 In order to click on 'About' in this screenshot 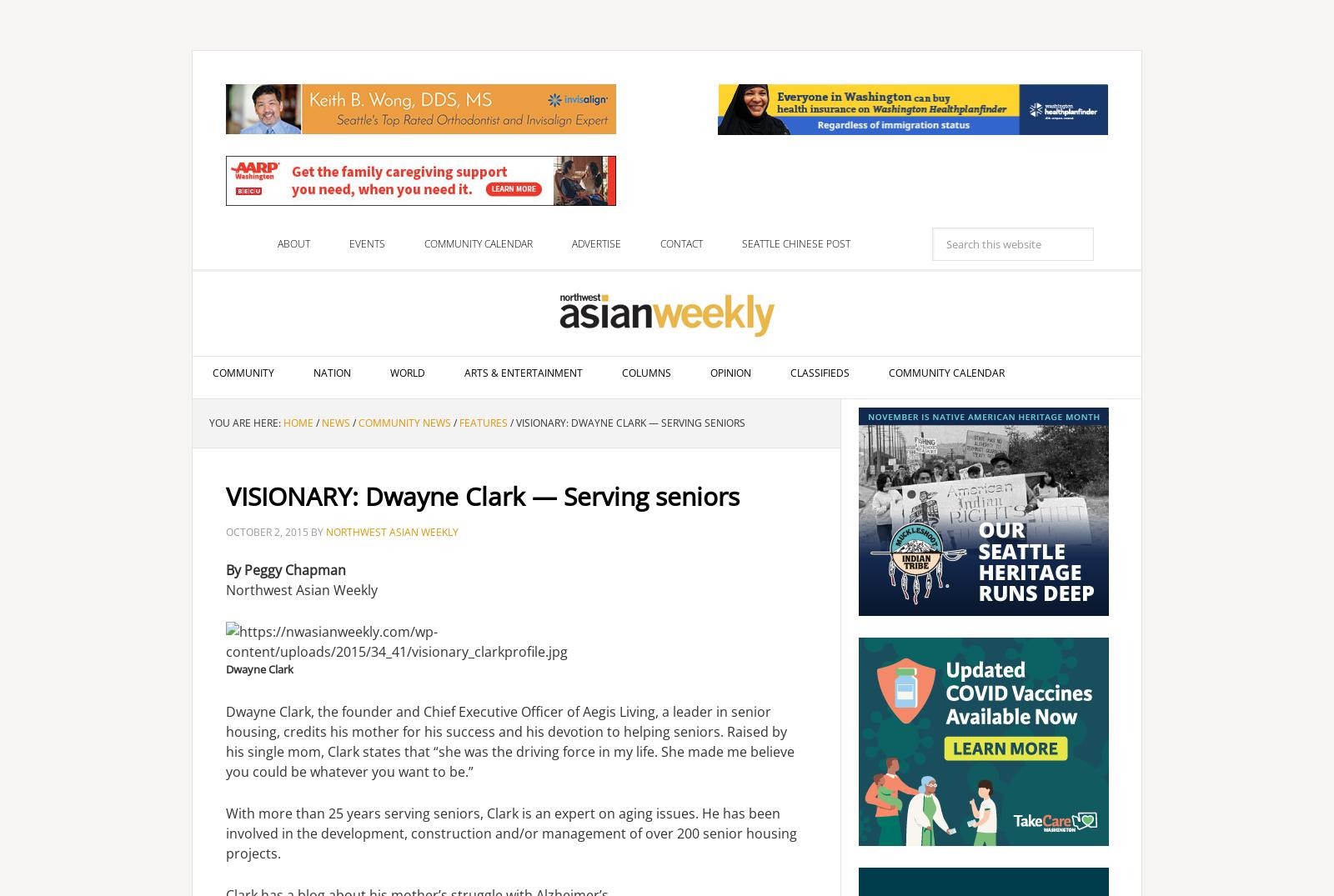, I will do `click(277, 243)`.